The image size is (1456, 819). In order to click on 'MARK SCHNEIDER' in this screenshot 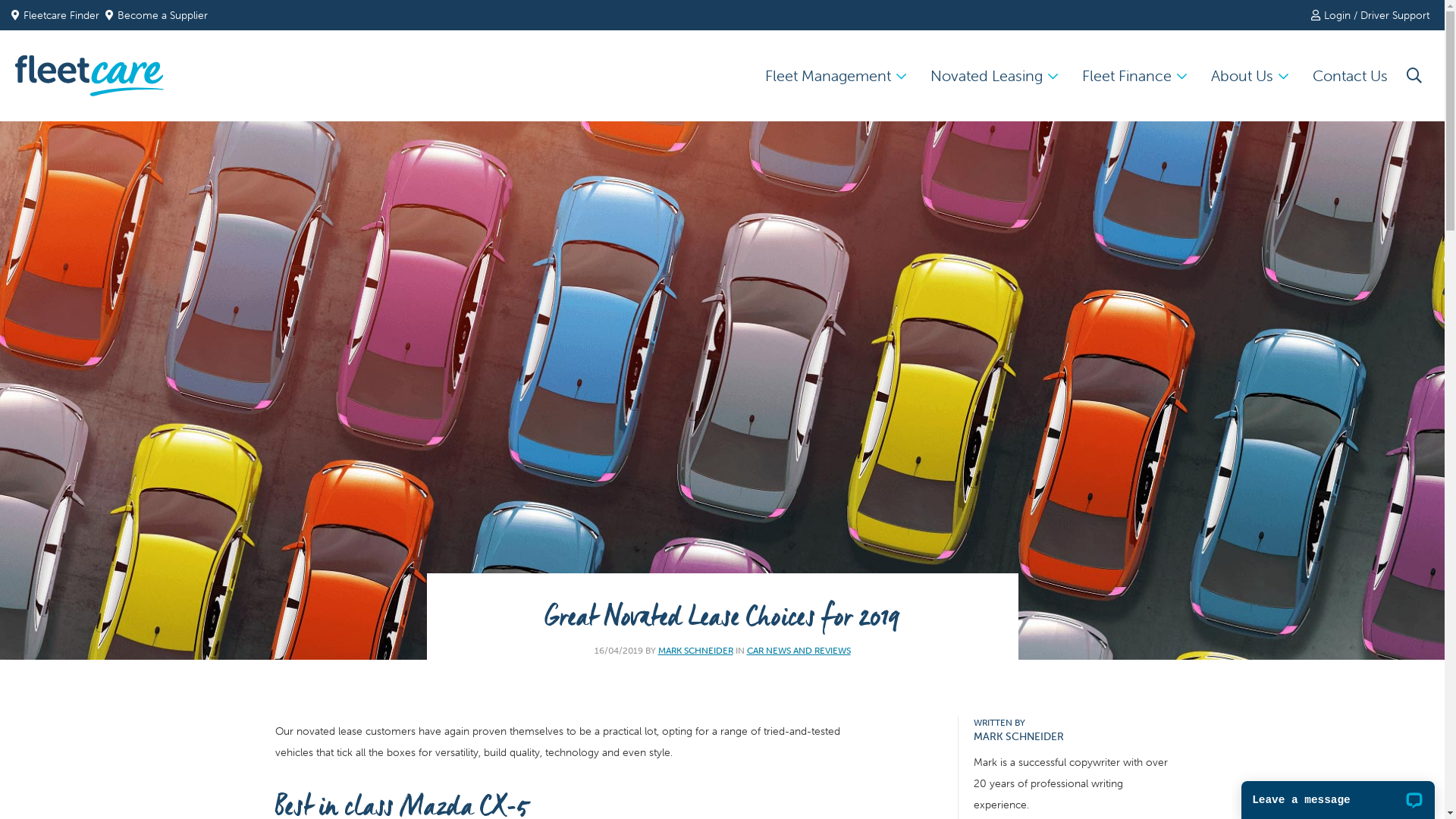, I will do `click(695, 649)`.